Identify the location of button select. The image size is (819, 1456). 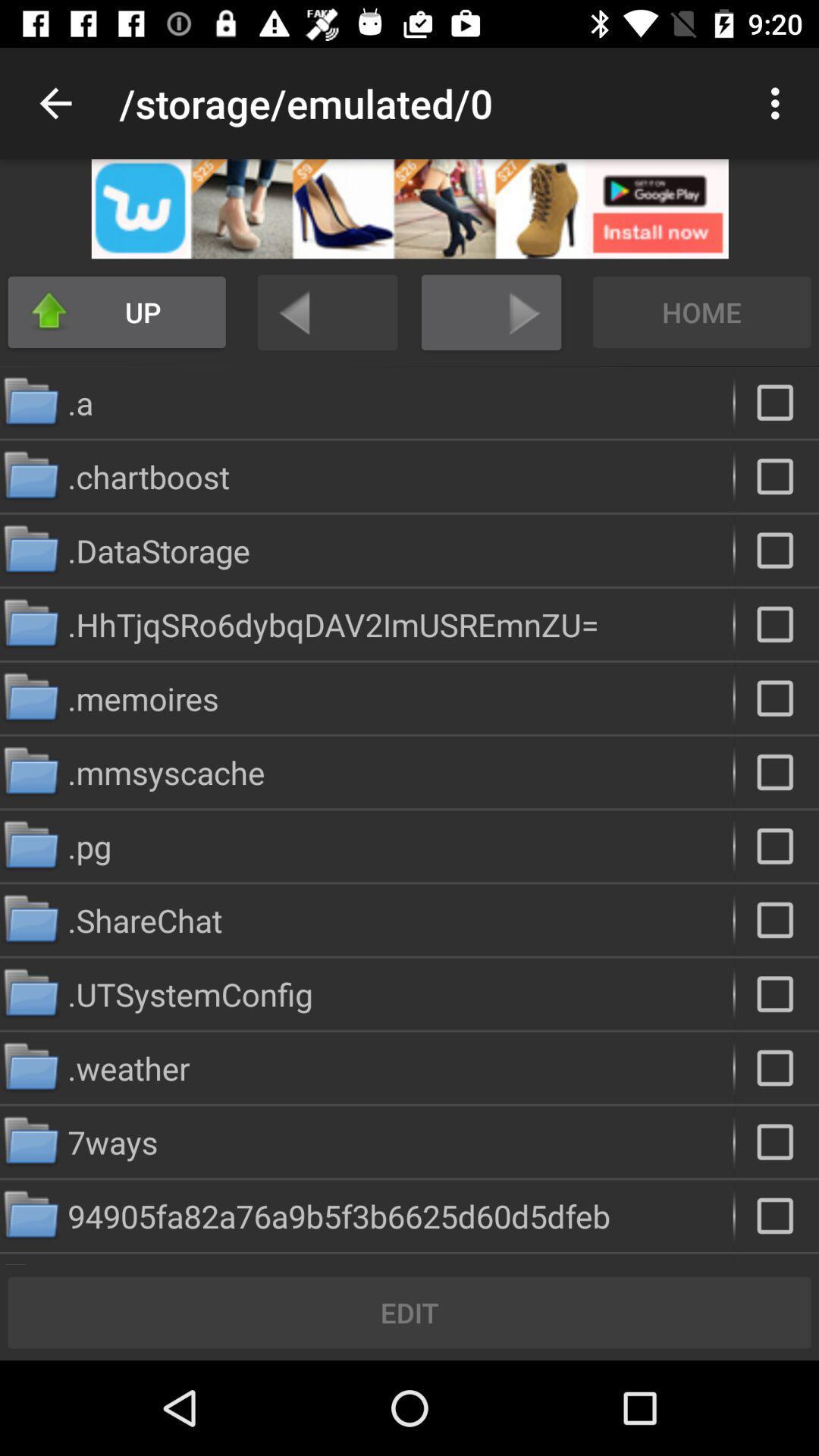
(777, 1216).